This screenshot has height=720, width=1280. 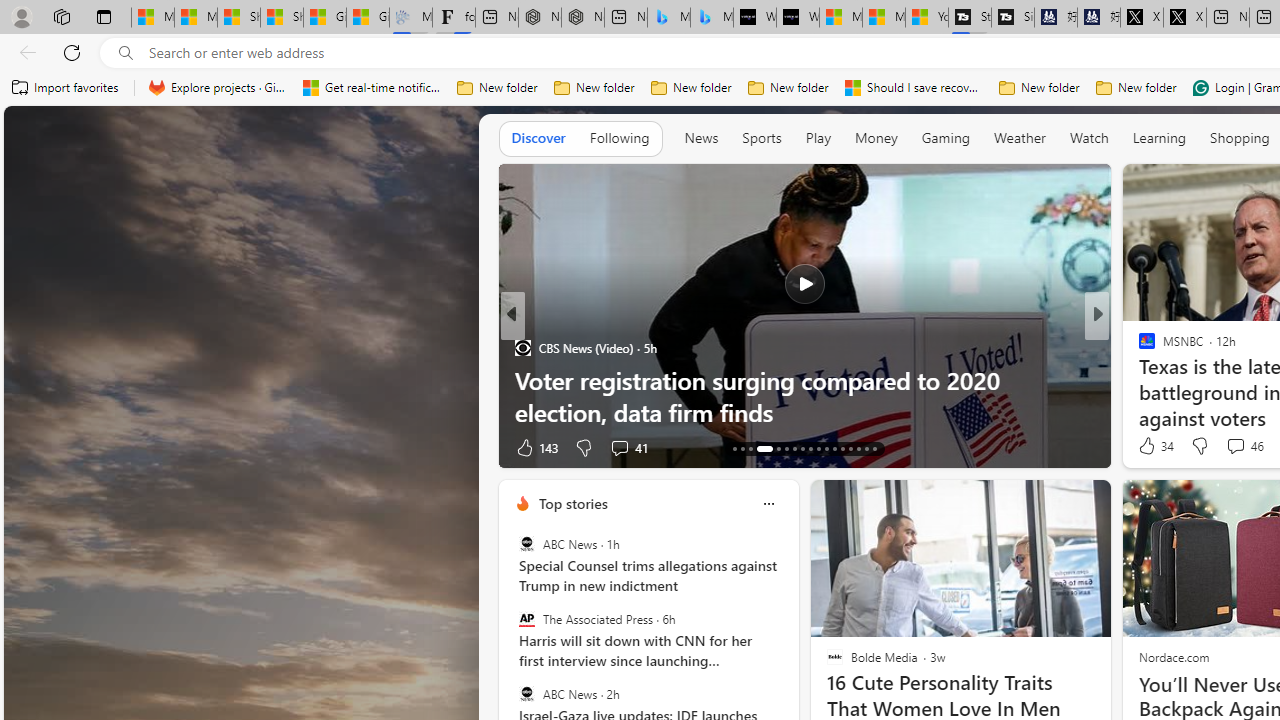 What do you see at coordinates (874, 447) in the screenshot?
I see `'AutomationID: tab-42'` at bounding box center [874, 447].